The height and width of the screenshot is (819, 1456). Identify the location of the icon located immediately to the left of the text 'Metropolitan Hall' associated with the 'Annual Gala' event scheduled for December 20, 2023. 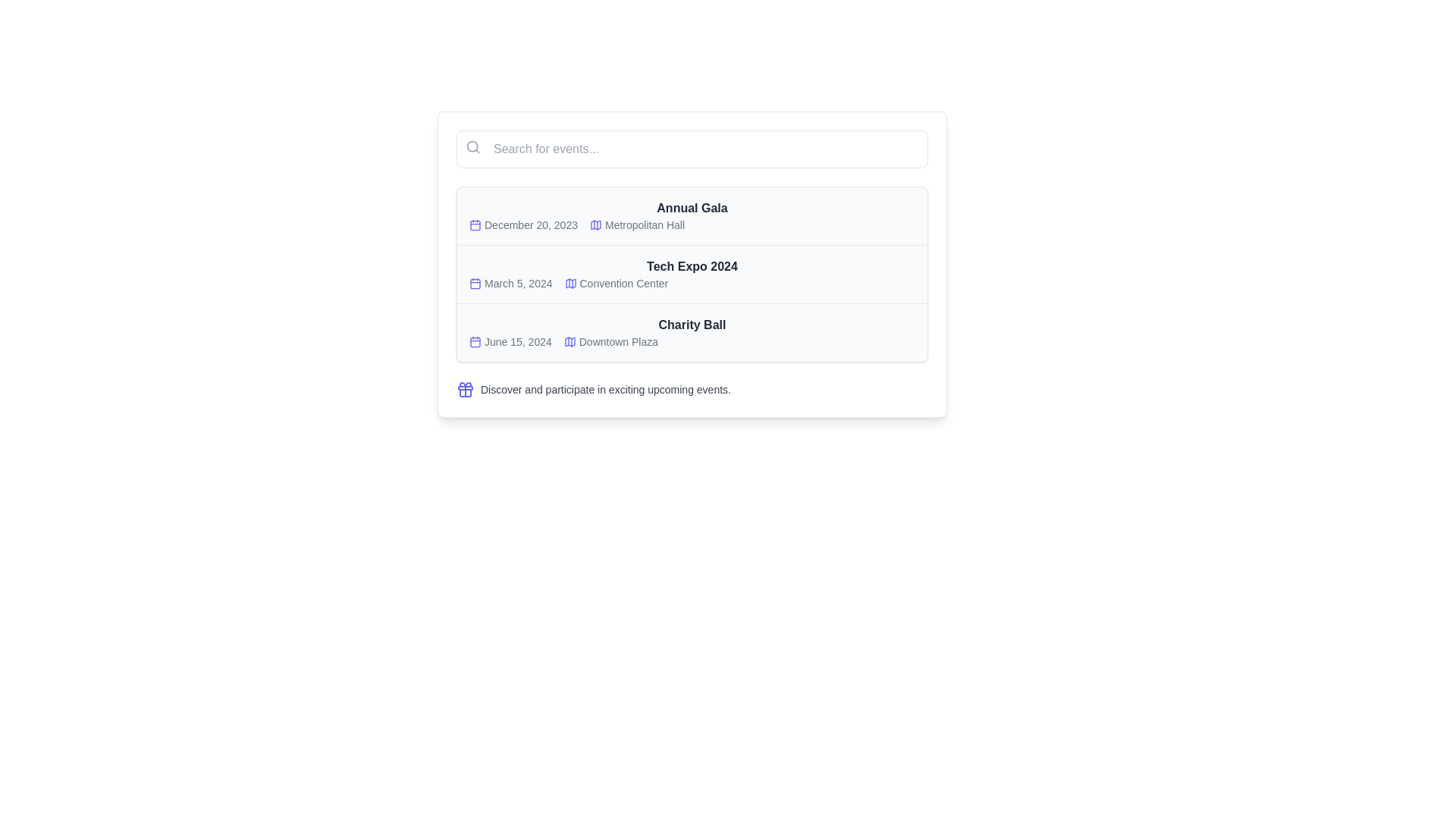
(595, 225).